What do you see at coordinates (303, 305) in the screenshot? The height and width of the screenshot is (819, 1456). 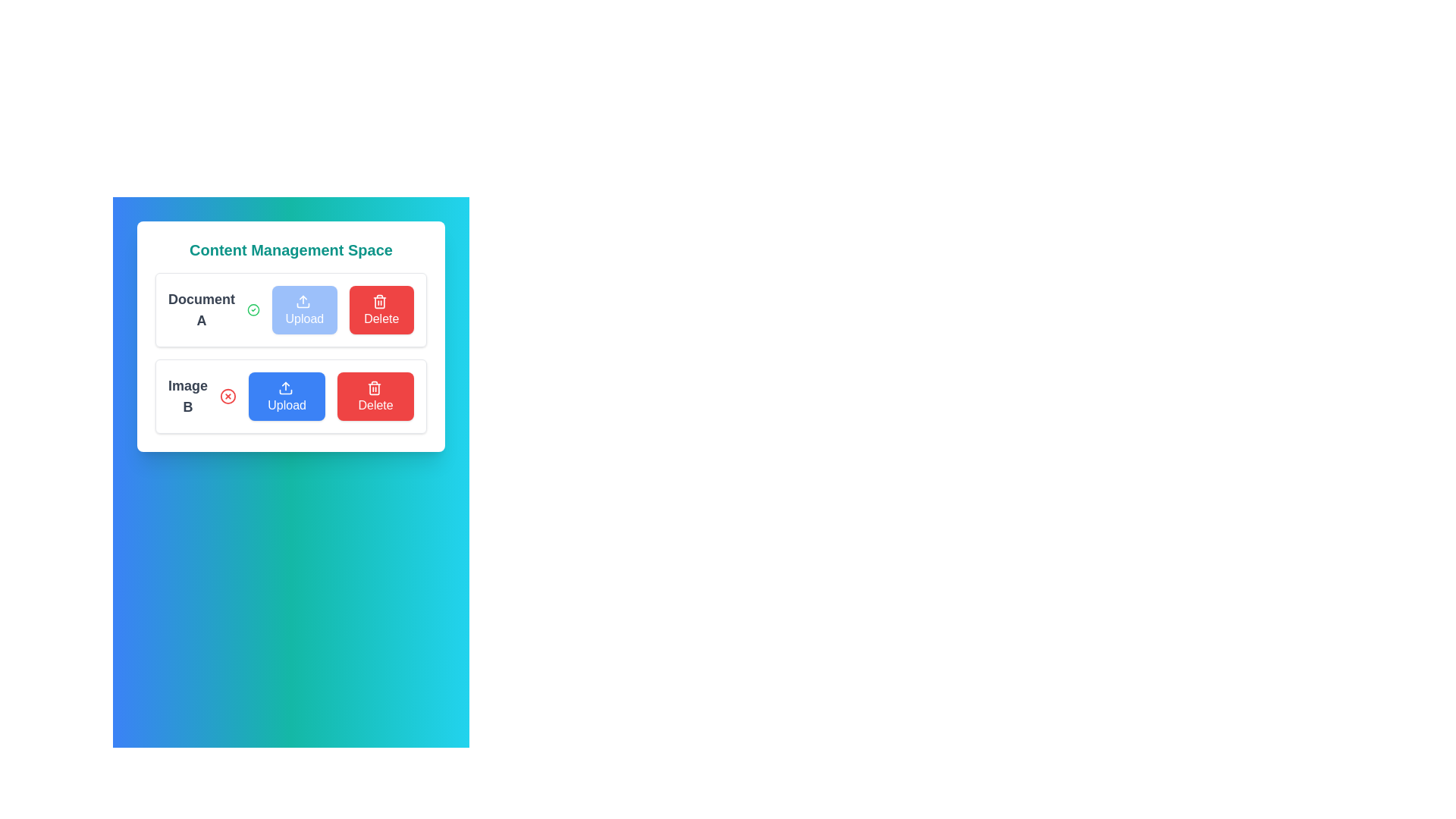 I see `the iconographic component of the upload icon located in the right section of the second row of the content management interface, which visually reinforces the action associated with the 'Upload' button` at bounding box center [303, 305].